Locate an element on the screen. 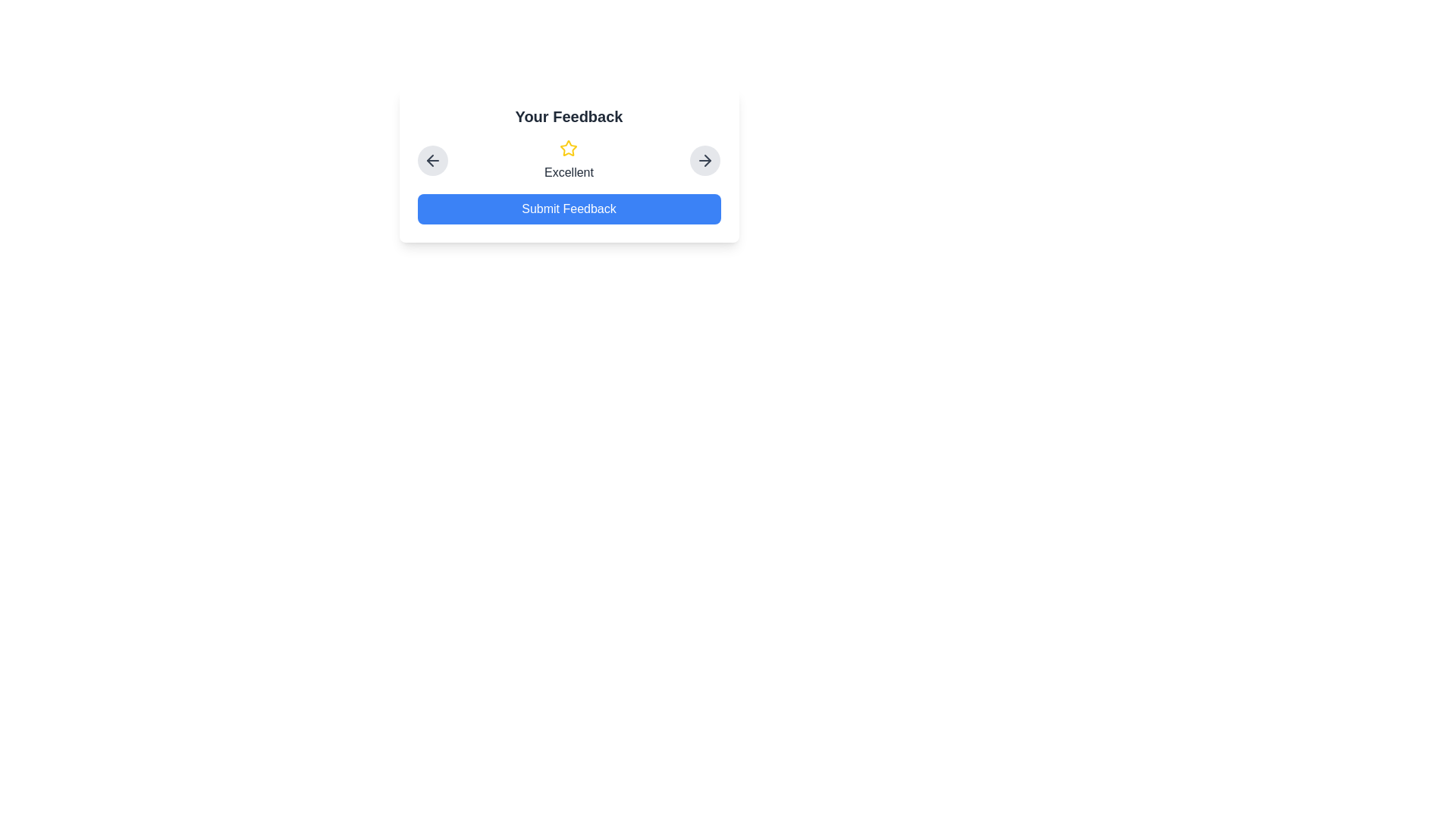 This screenshot has width=1456, height=819. the 'Submit Feedback' button, which is a bright blue rectangular button with white bold text, located at the bottom of a panel is located at coordinates (568, 165).